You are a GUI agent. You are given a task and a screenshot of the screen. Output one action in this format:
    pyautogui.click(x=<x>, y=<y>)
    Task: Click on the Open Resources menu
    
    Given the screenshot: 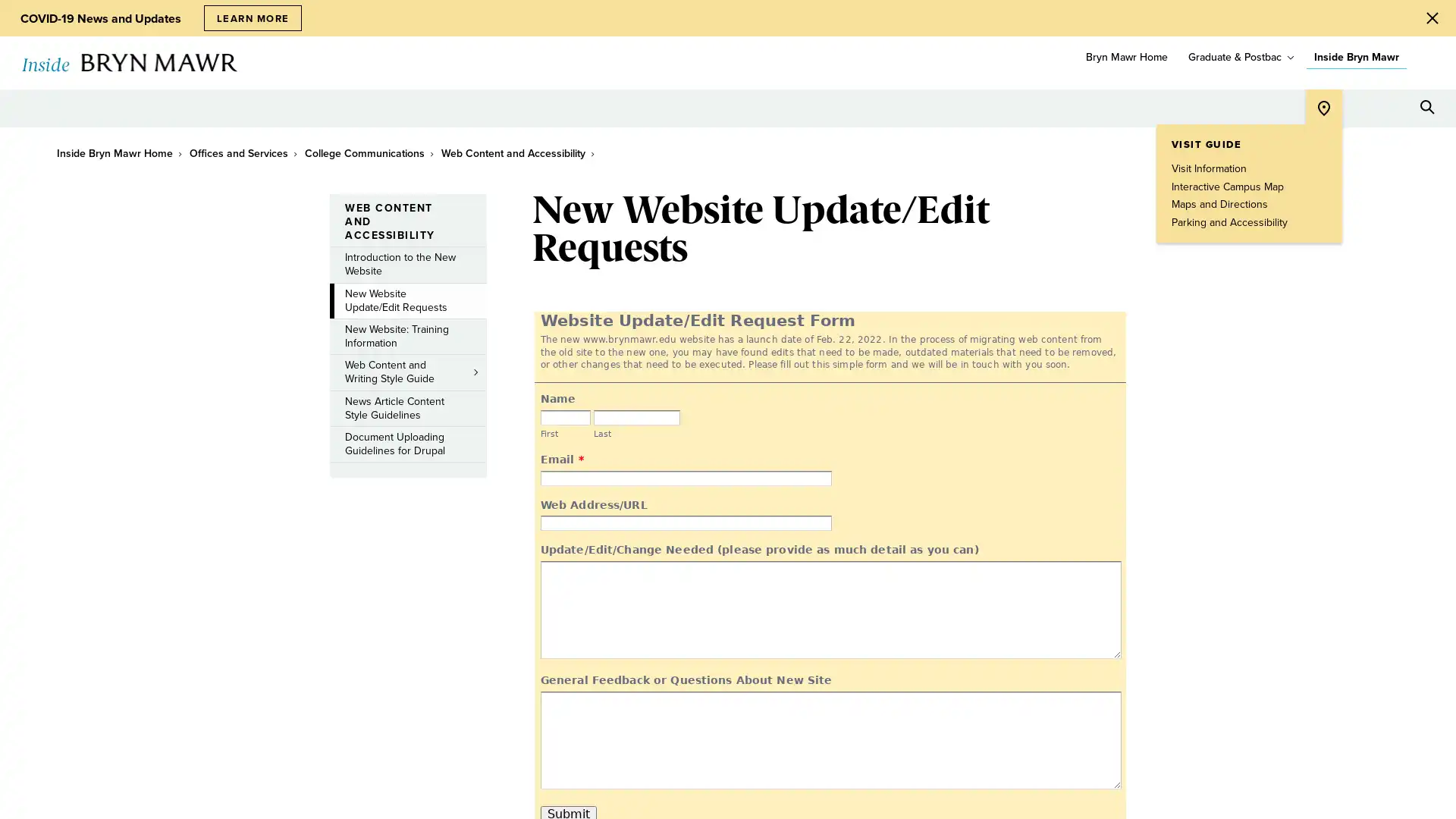 What is the action you would take?
    pyautogui.click(x=1388, y=105)
    